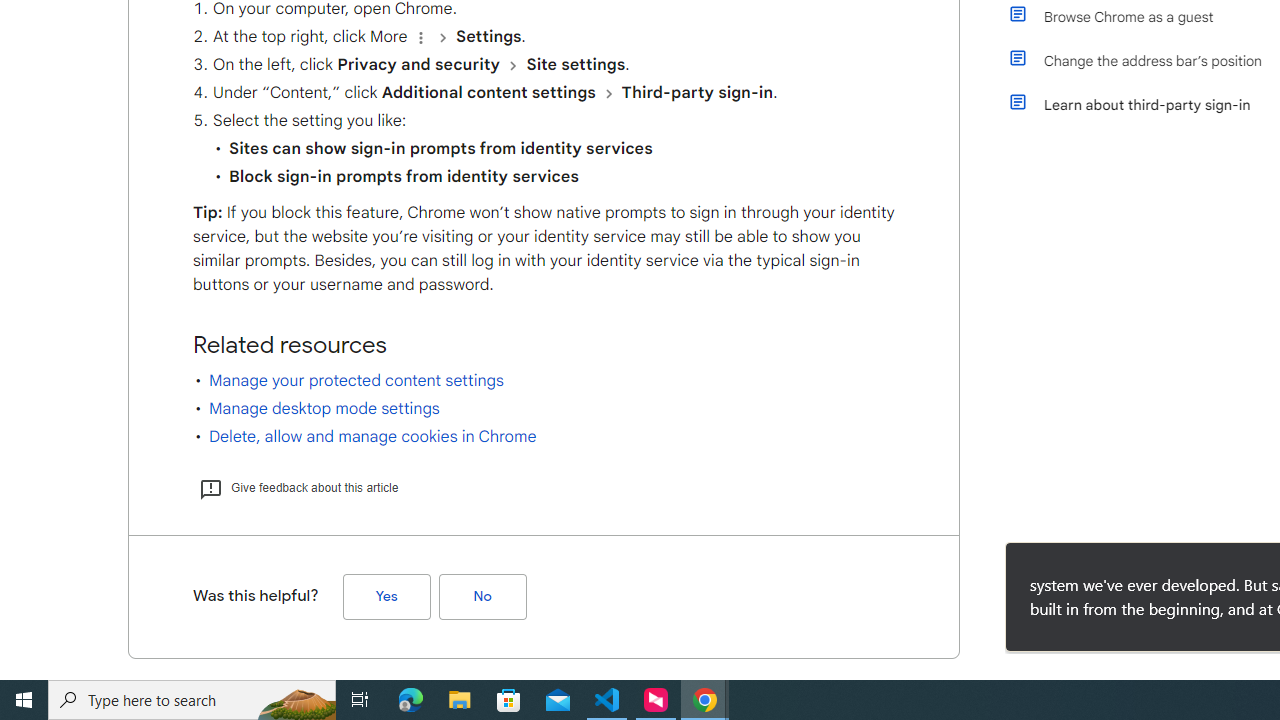 This screenshot has height=720, width=1280. What do you see at coordinates (386, 595) in the screenshot?
I see `'Yes (Was this helpful?)'` at bounding box center [386, 595].